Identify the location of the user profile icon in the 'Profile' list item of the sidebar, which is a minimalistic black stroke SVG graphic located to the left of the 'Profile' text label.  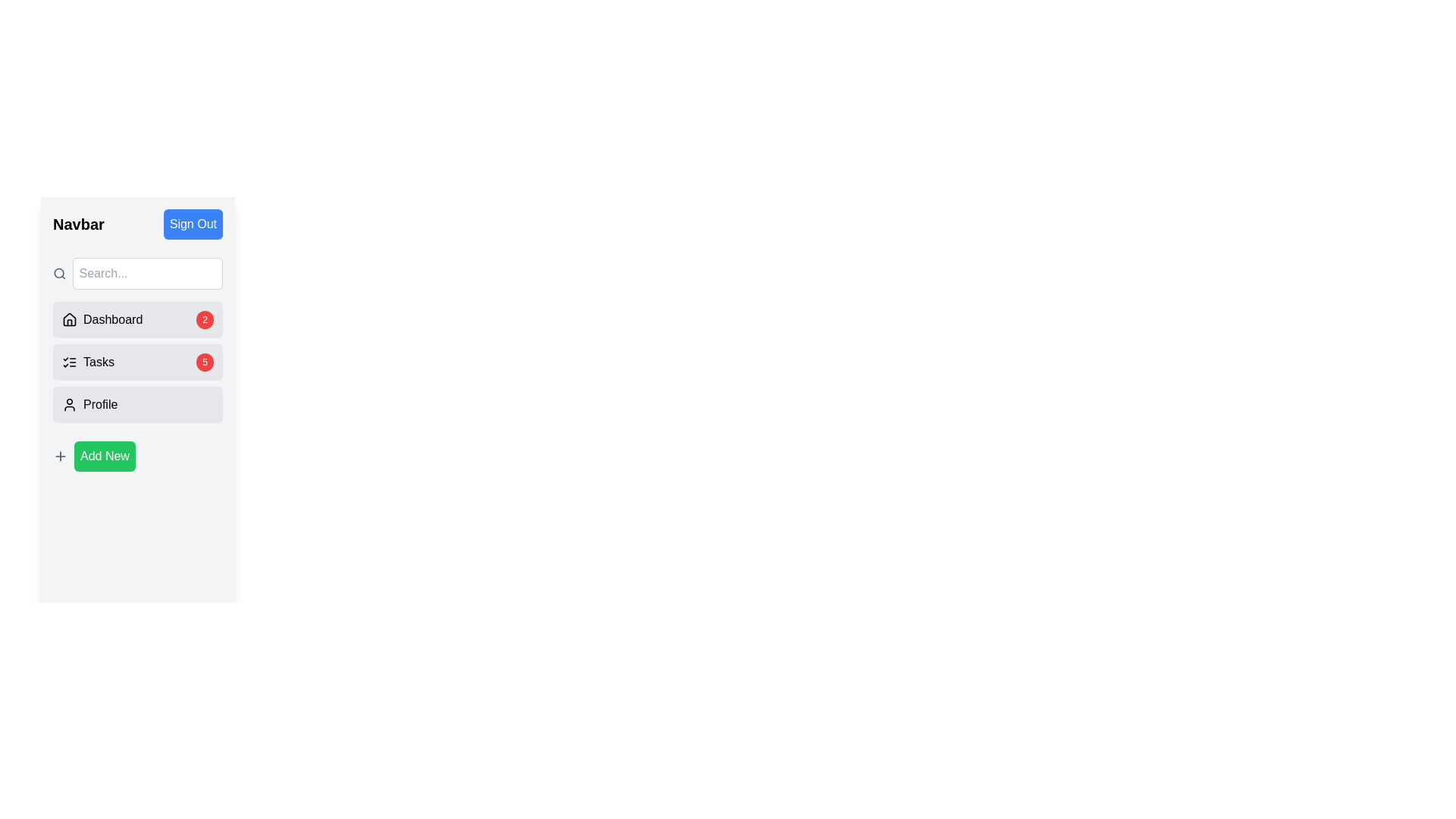
(68, 403).